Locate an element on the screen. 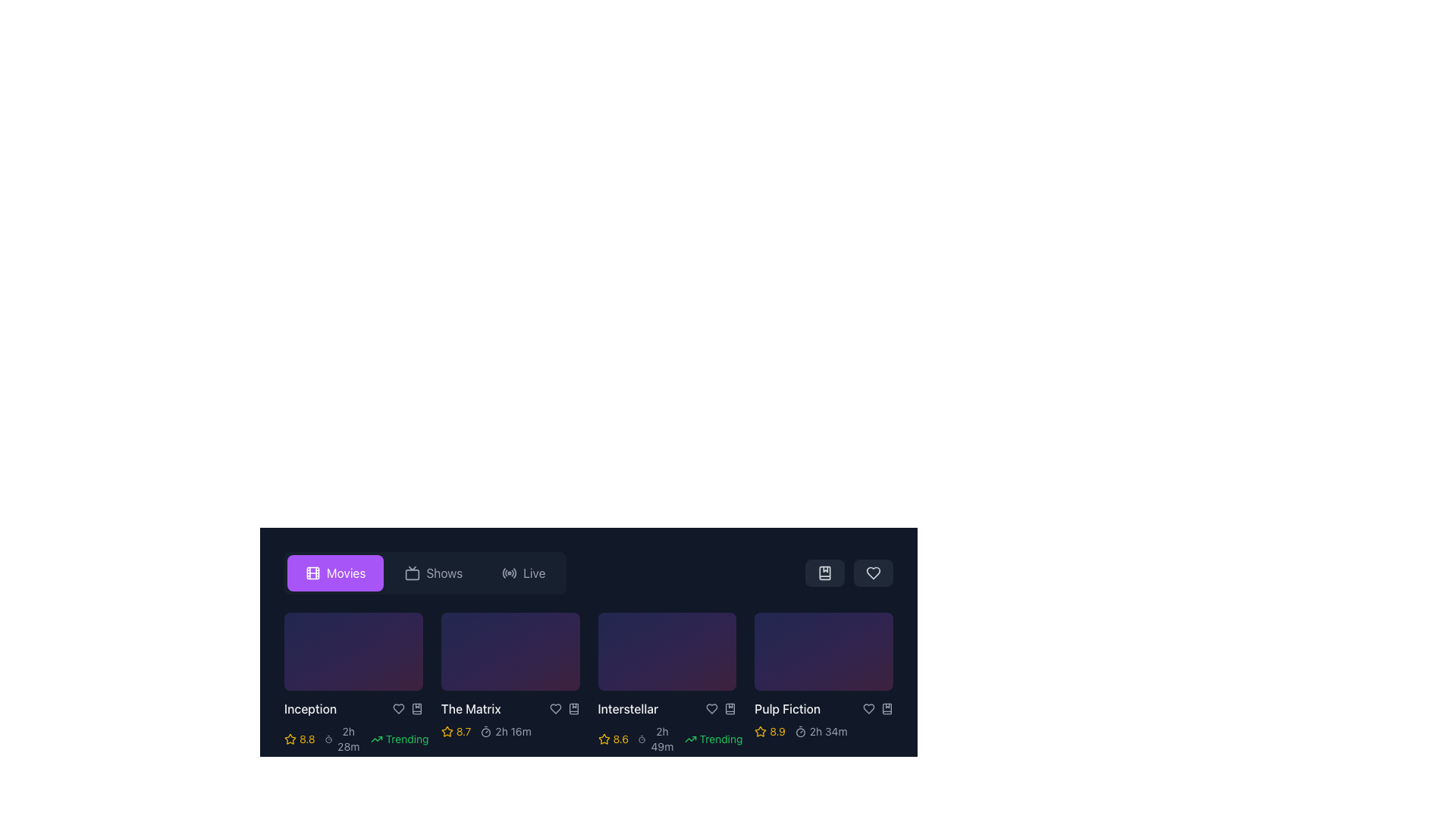 This screenshot has width=1456, height=819. the play button located within the 'Inception' movie card is located at coordinates (353, 683).